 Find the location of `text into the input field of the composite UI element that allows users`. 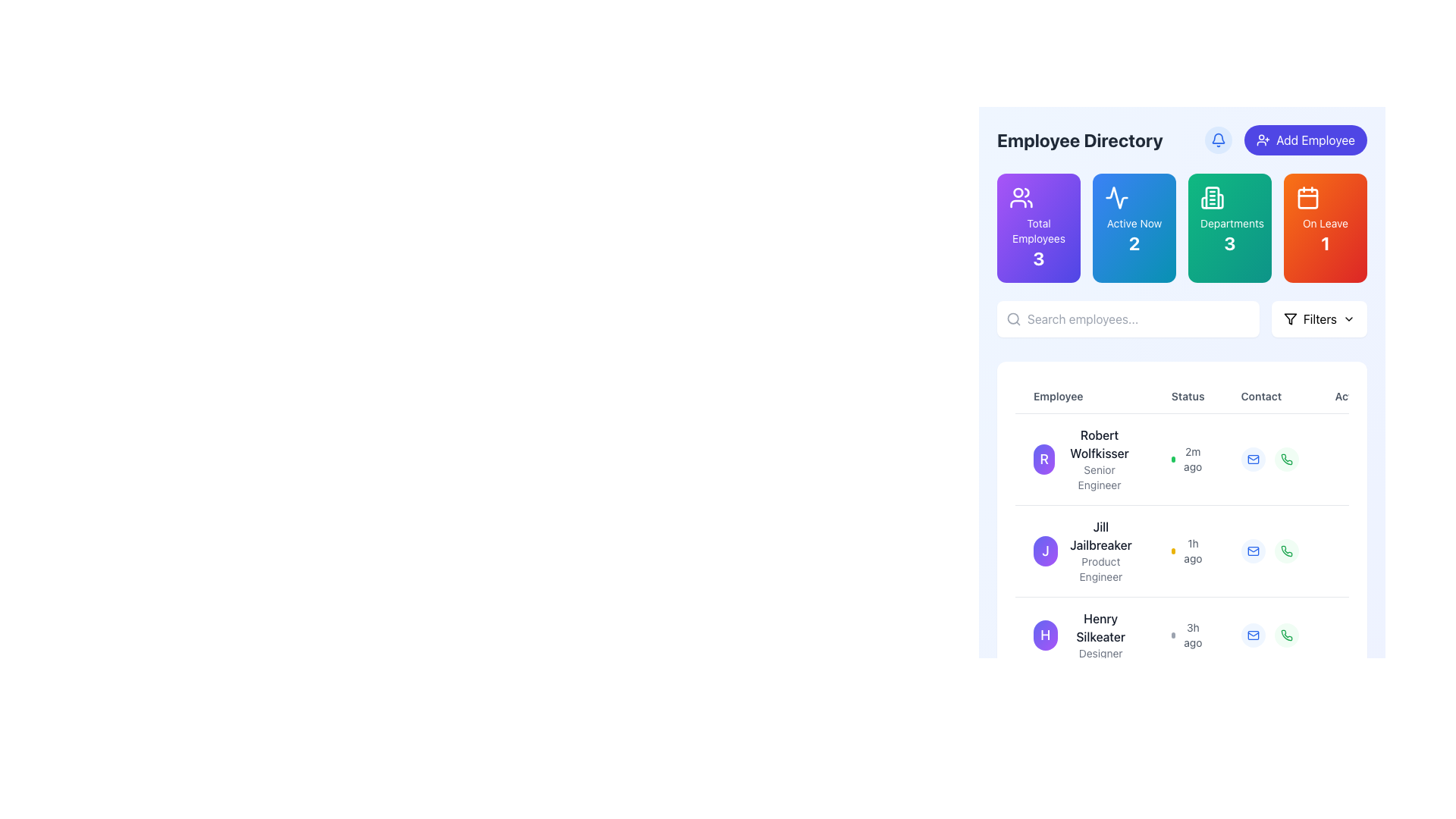

text into the input field of the composite UI element that allows users is located at coordinates (1181, 318).